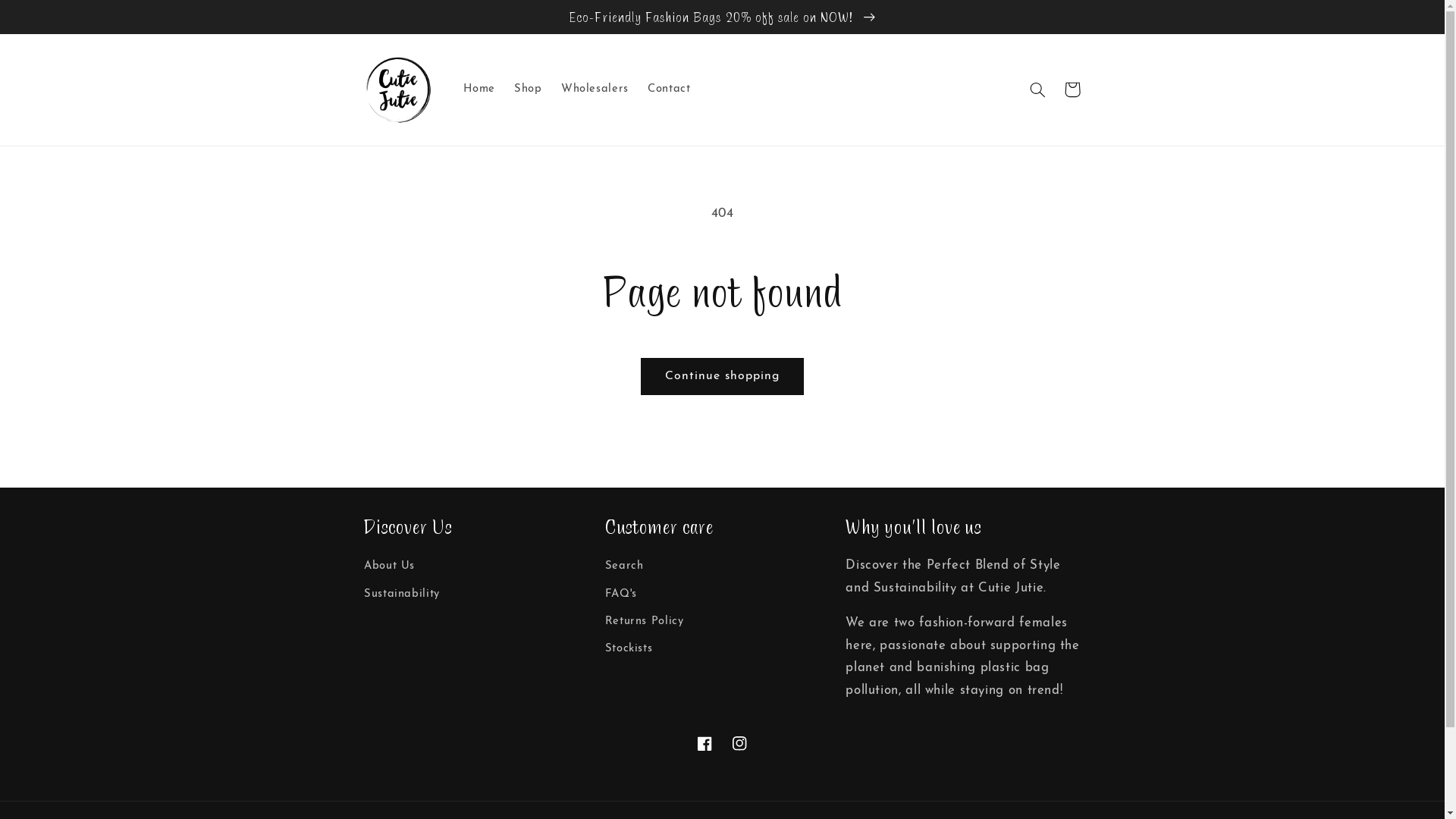 The width and height of the screenshot is (1456, 819). Describe the element at coordinates (593, 89) in the screenshot. I see `'Wholesalers'` at that location.